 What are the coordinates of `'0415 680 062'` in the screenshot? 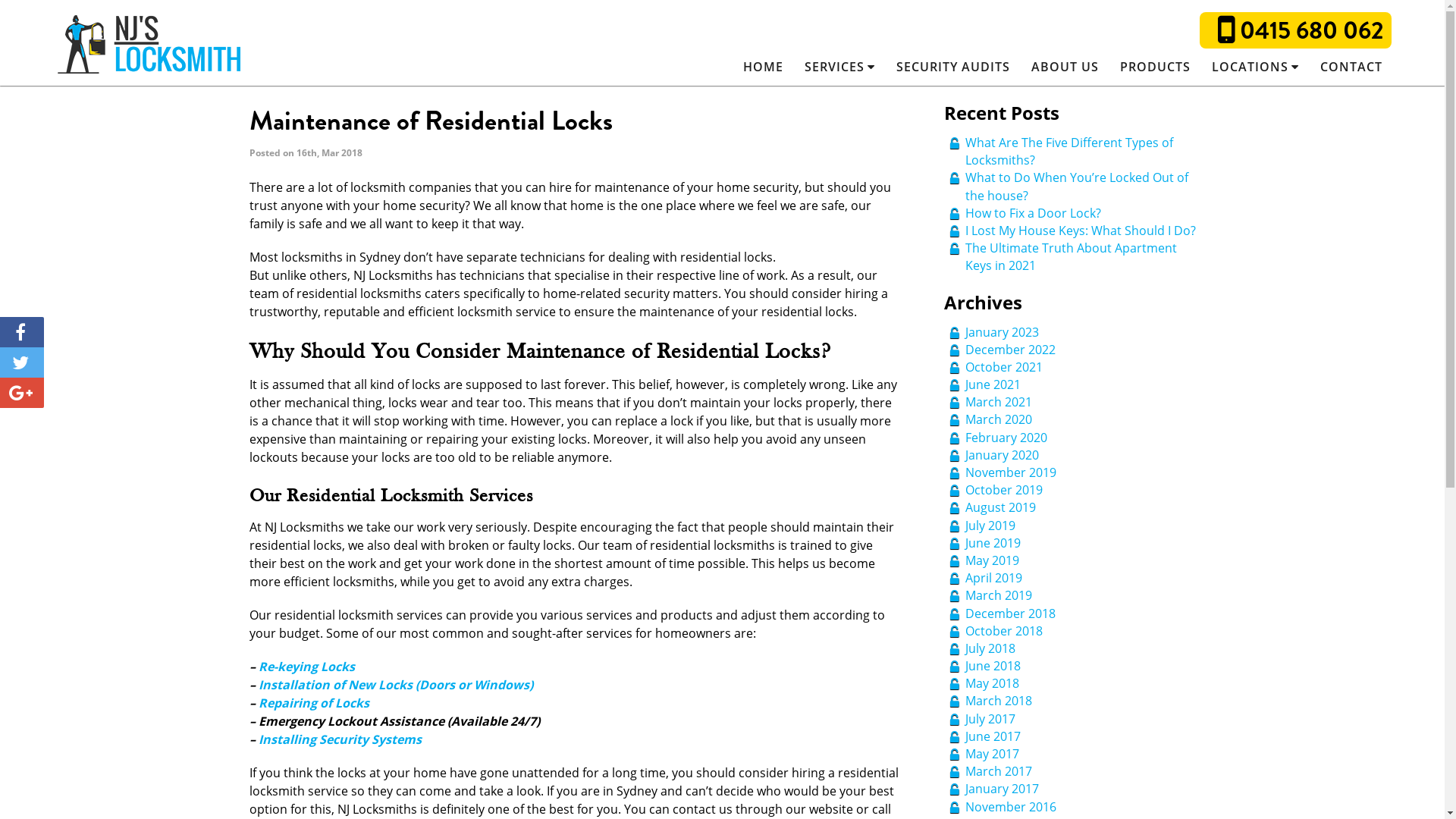 It's located at (1300, 30).